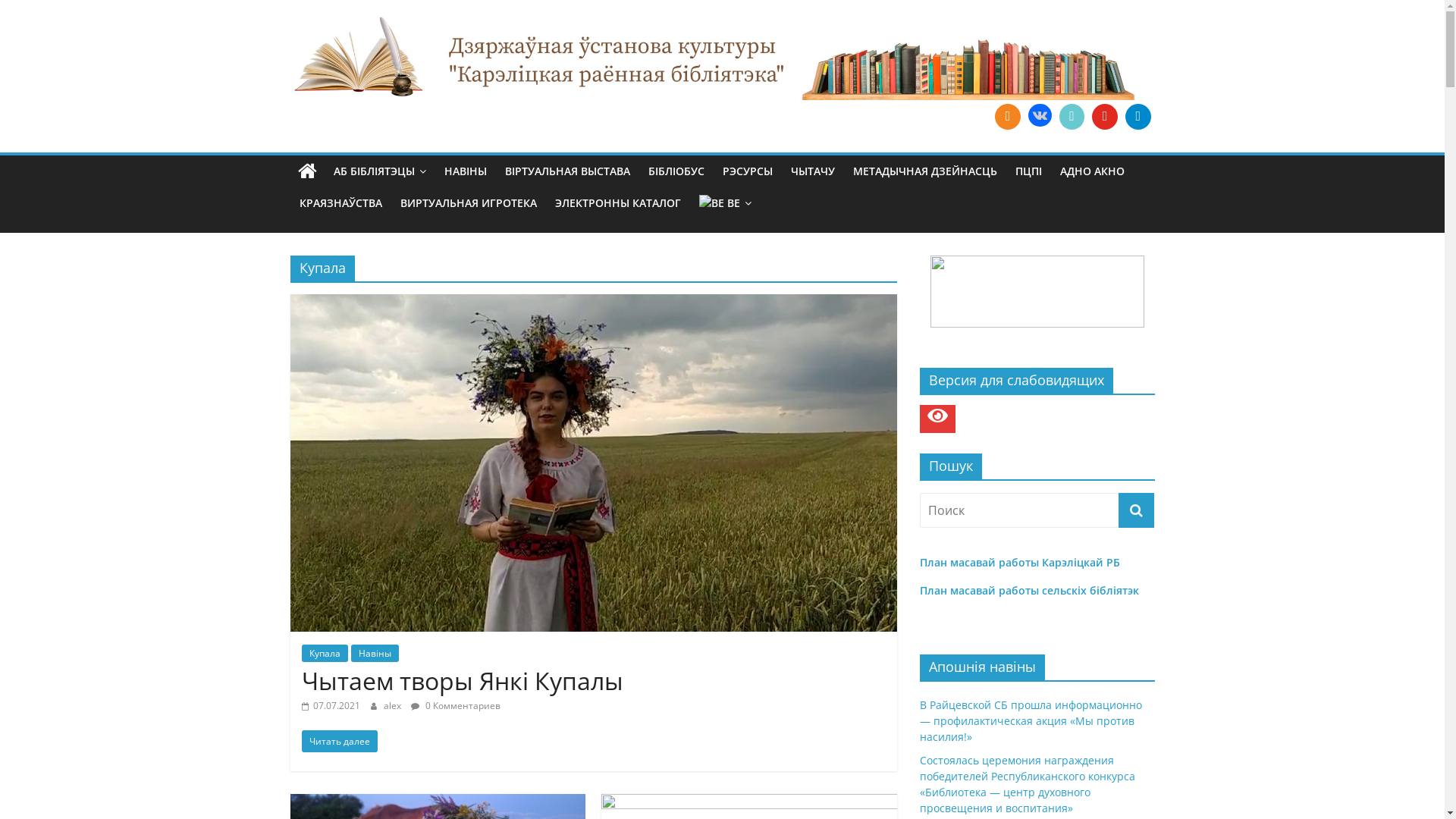  I want to click on 'Telegram', so click(1138, 116).